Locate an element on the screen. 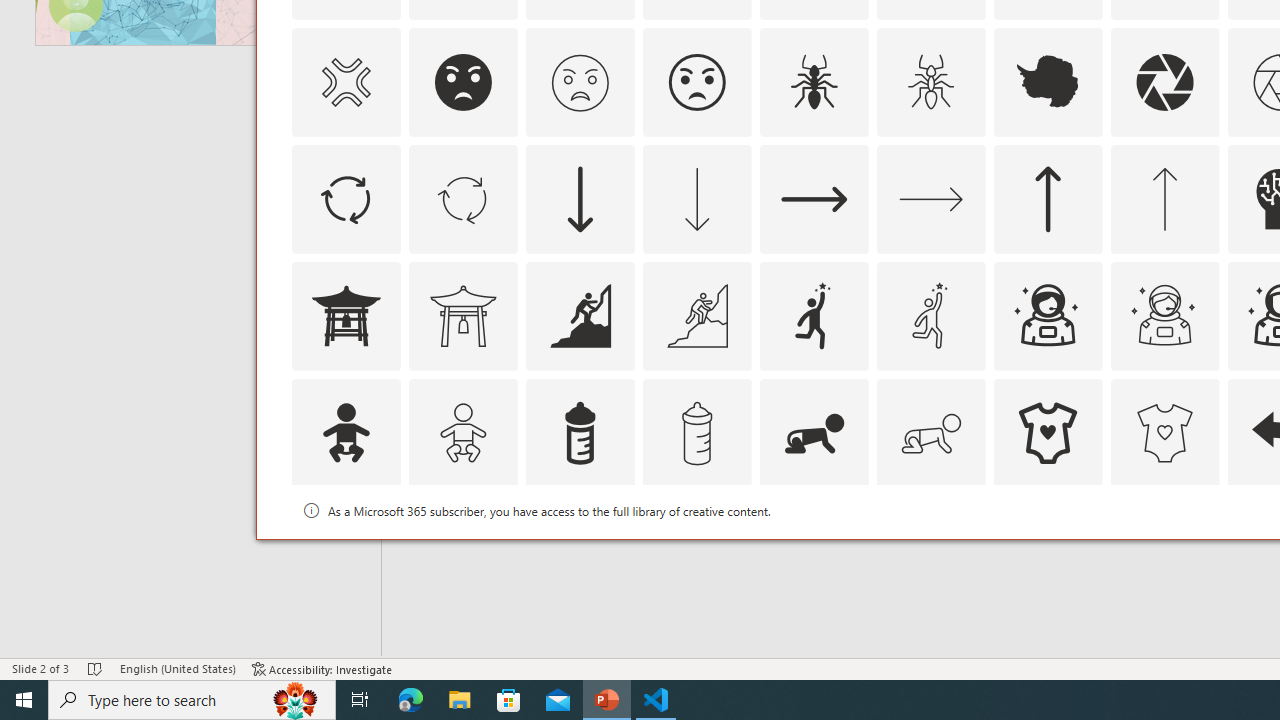  'AutomationID: Icons_BabyBottle' is located at coordinates (578, 431).